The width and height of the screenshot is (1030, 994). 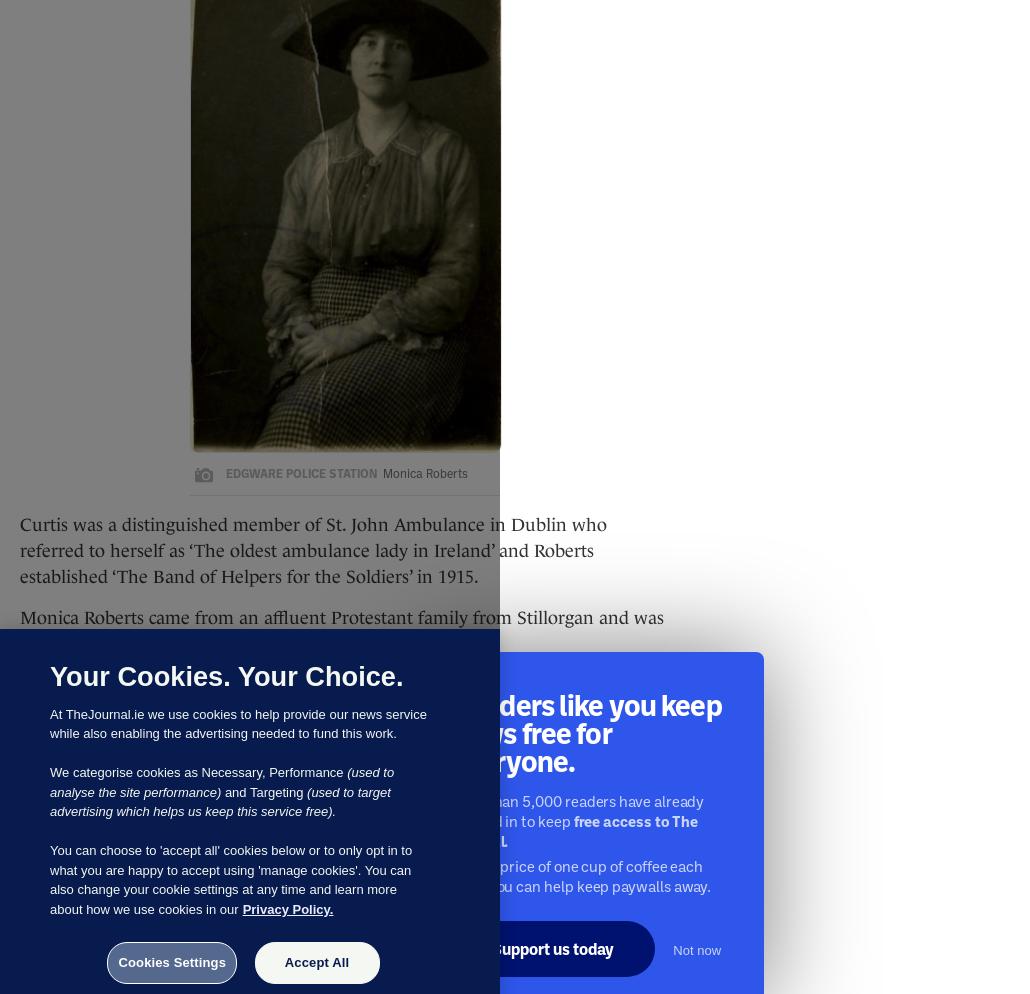 What do you see at coordinates (340, 628) in the screenshot?
I see `'Monica Roberts came from an affluent Protestant family from Stillorgan and was 24 when the war broke out in August 1914.'` at bounding box center [340, 628].